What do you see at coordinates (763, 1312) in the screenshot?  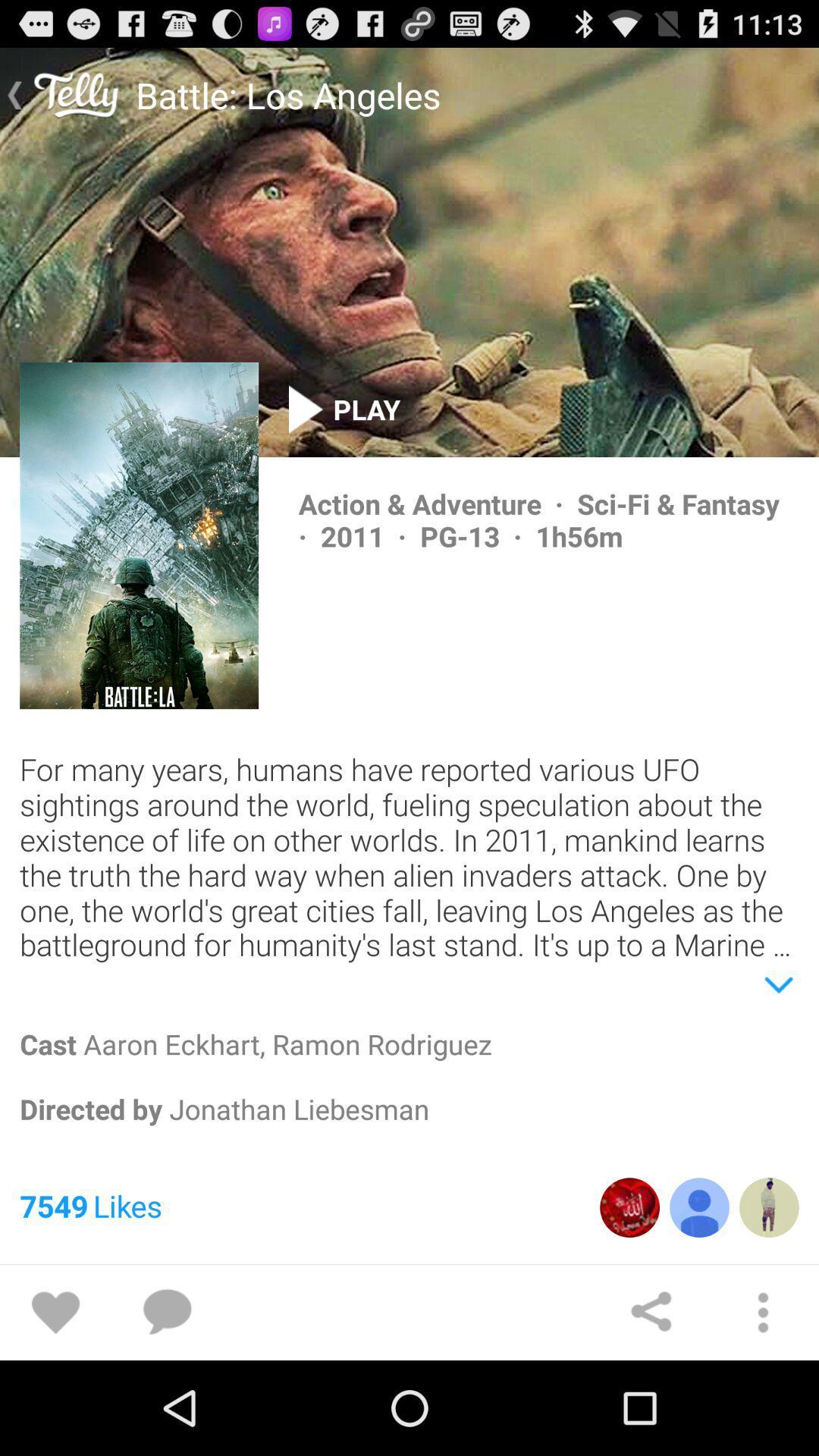 I see `search option` at bounding box center [763, 1312].